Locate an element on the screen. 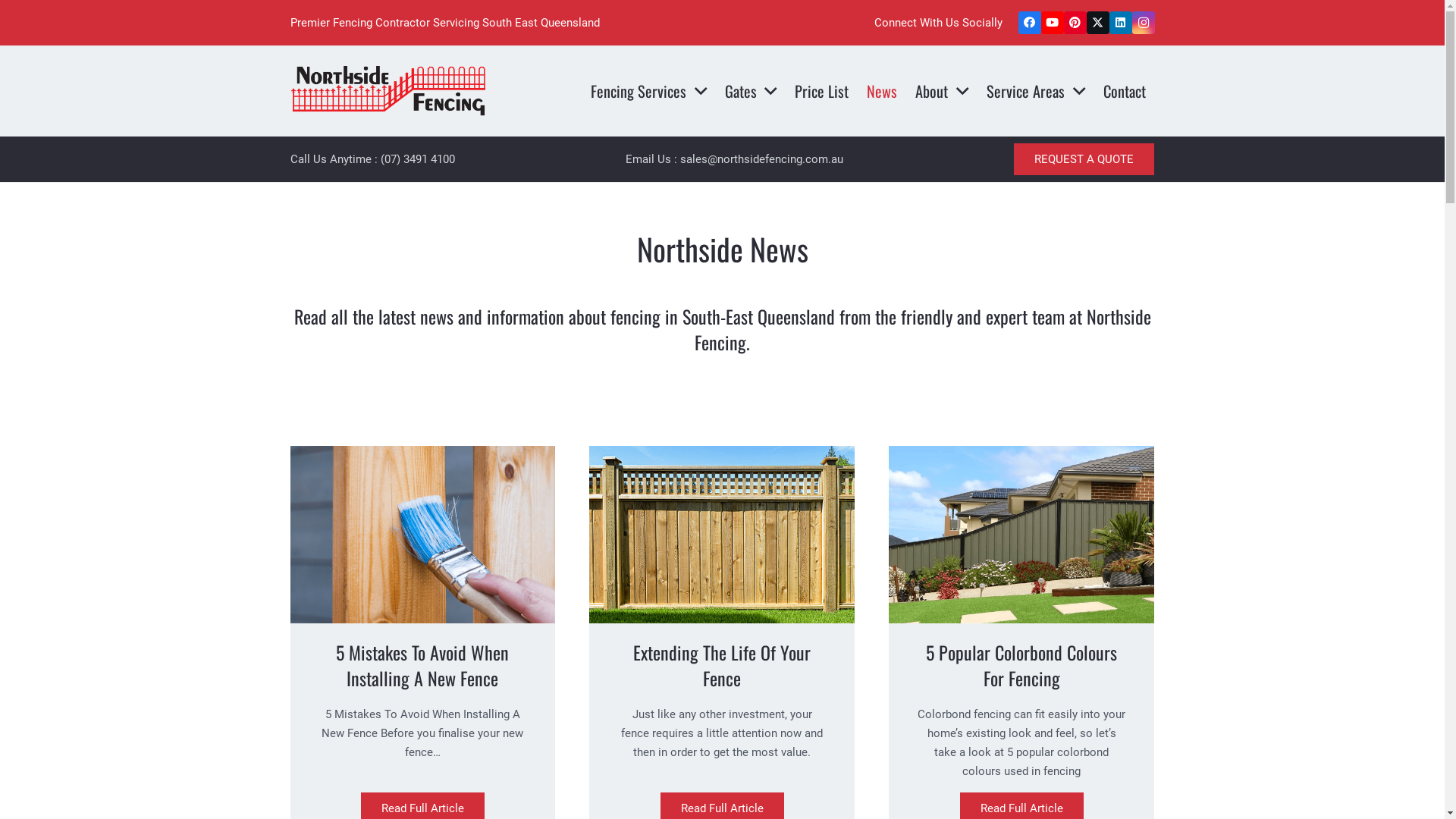 The width and height of the screenshot is (1456, 819). 'News' is located at coordinates (881, 90).